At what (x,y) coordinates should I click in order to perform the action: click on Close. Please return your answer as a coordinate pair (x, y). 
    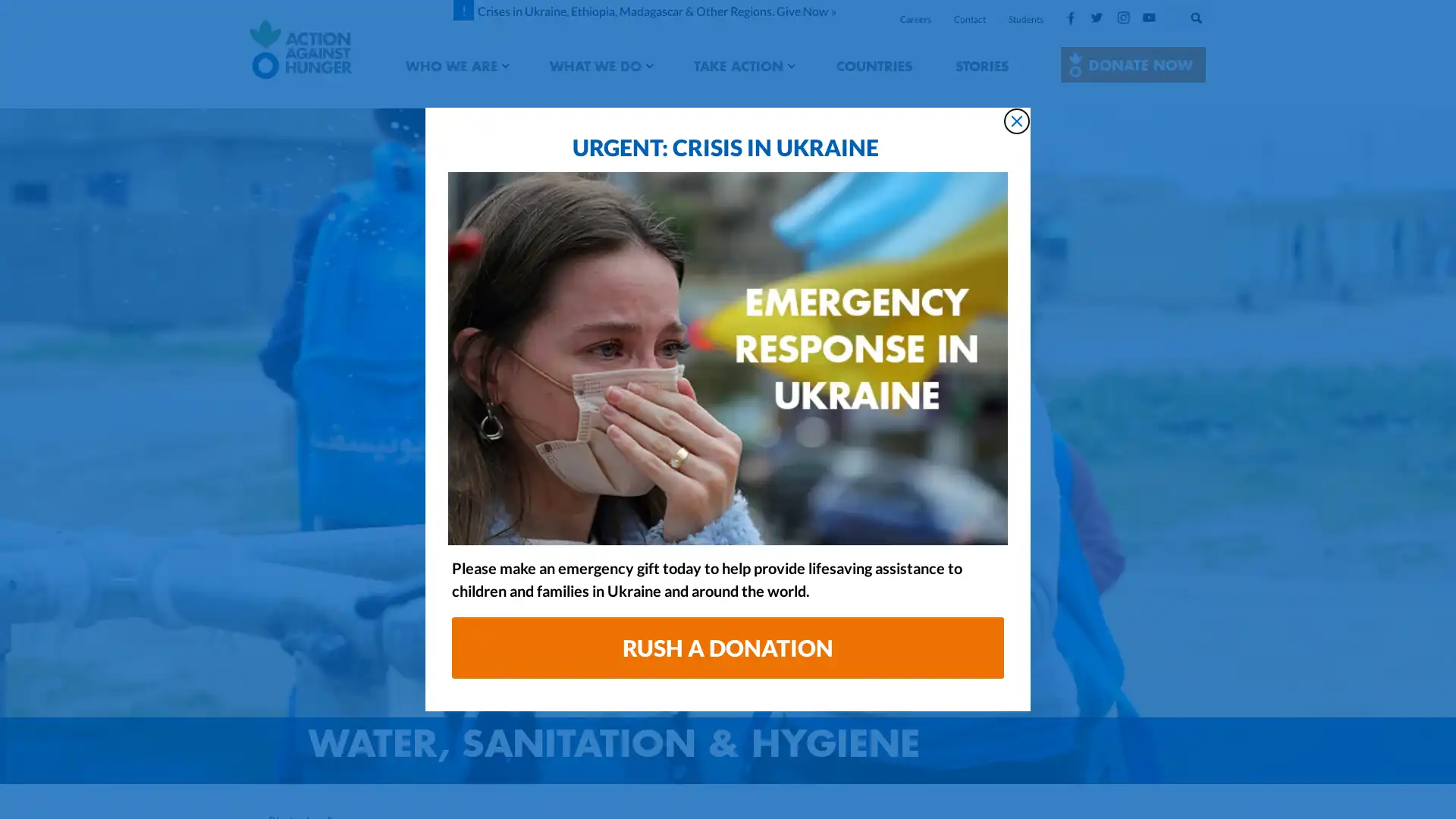
    Looking at the image, I should click on (1016, 120).